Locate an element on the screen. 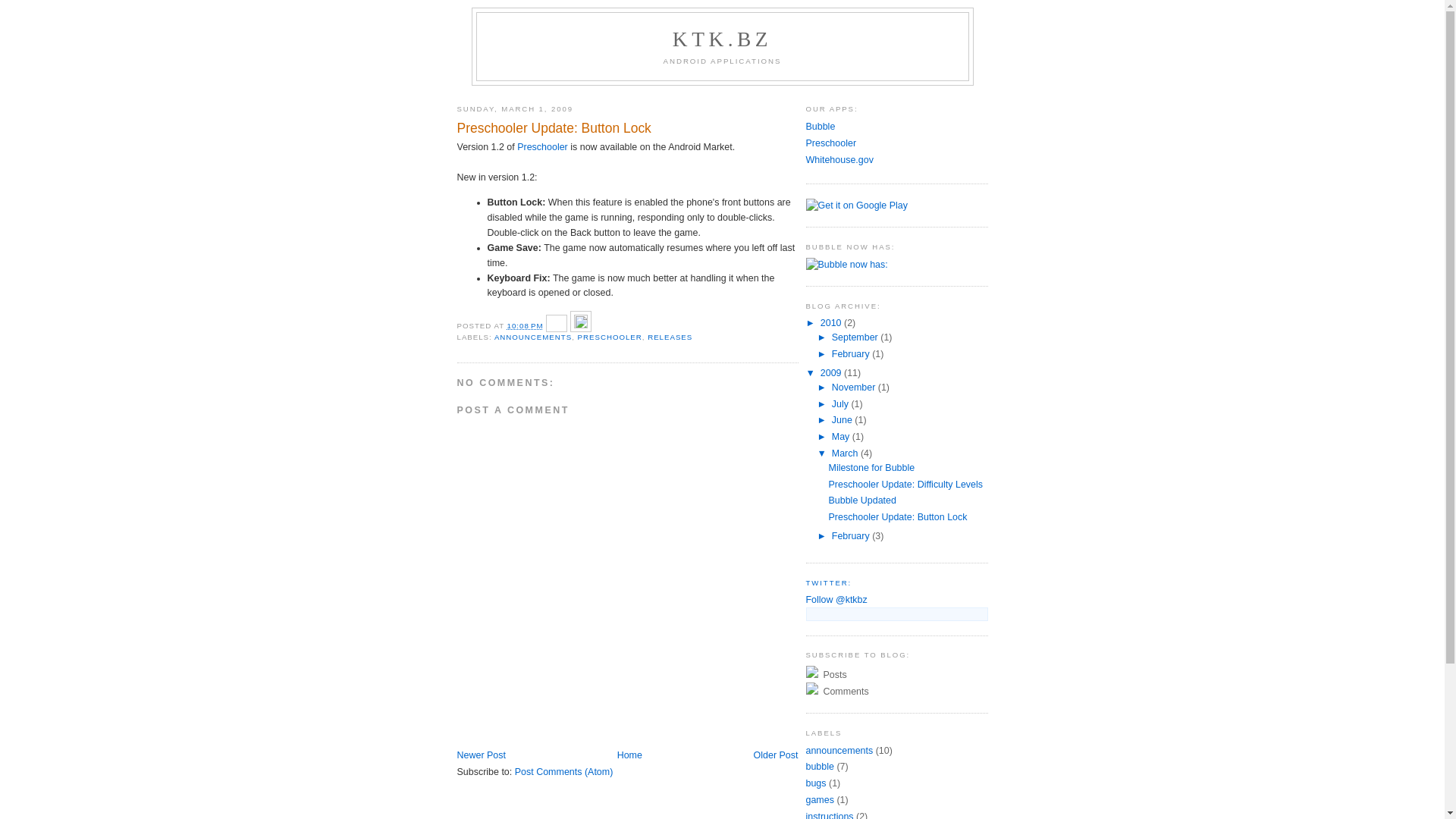 The image size is (1456, 819). 'TWITTER:' is located at coordinates (804, 581).